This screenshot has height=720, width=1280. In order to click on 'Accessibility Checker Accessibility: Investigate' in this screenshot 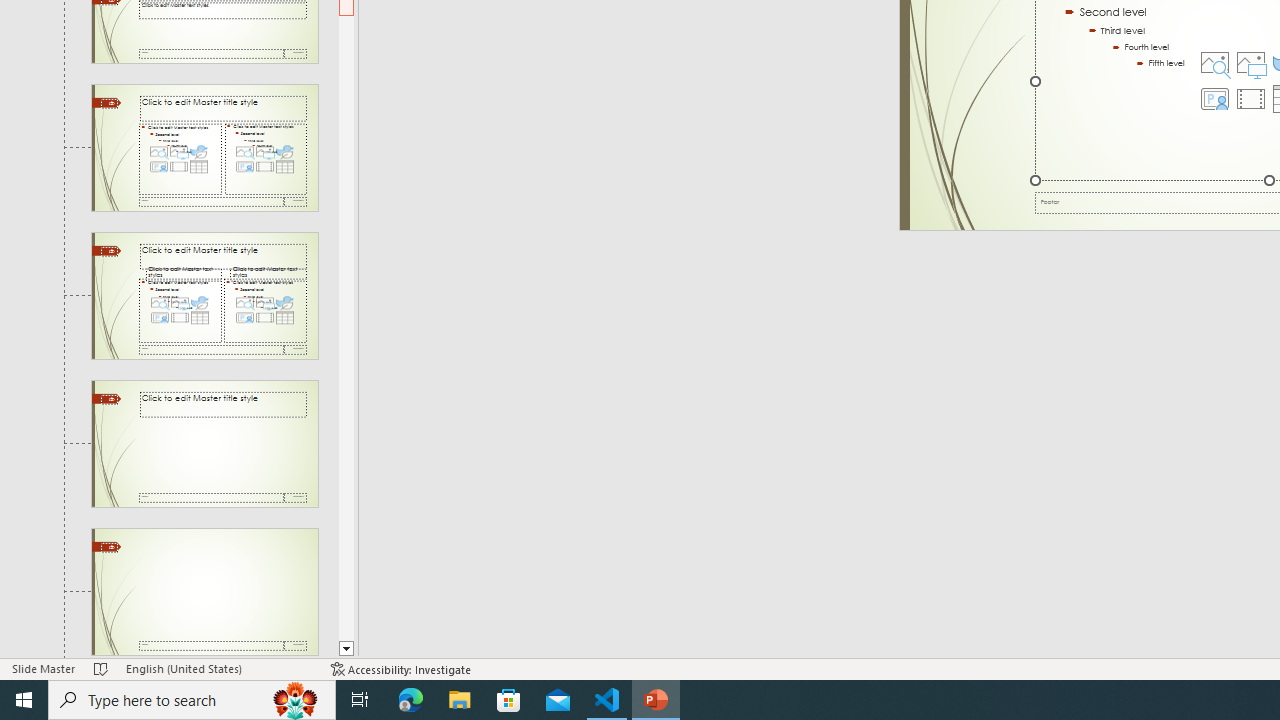, I will do `click(400, 669)`.